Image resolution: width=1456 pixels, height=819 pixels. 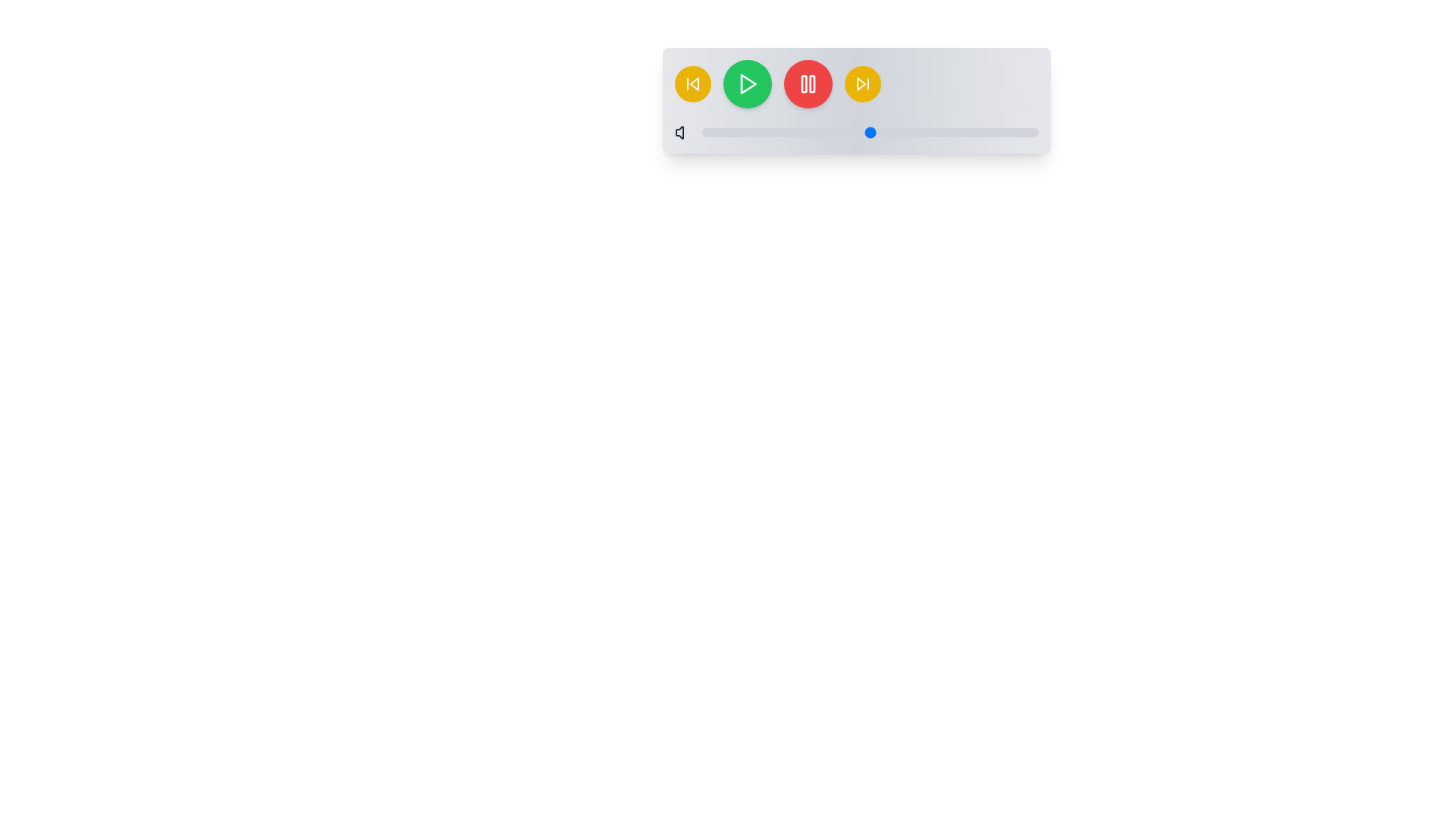 I want to click on the slider, so click(x=714, y=131).